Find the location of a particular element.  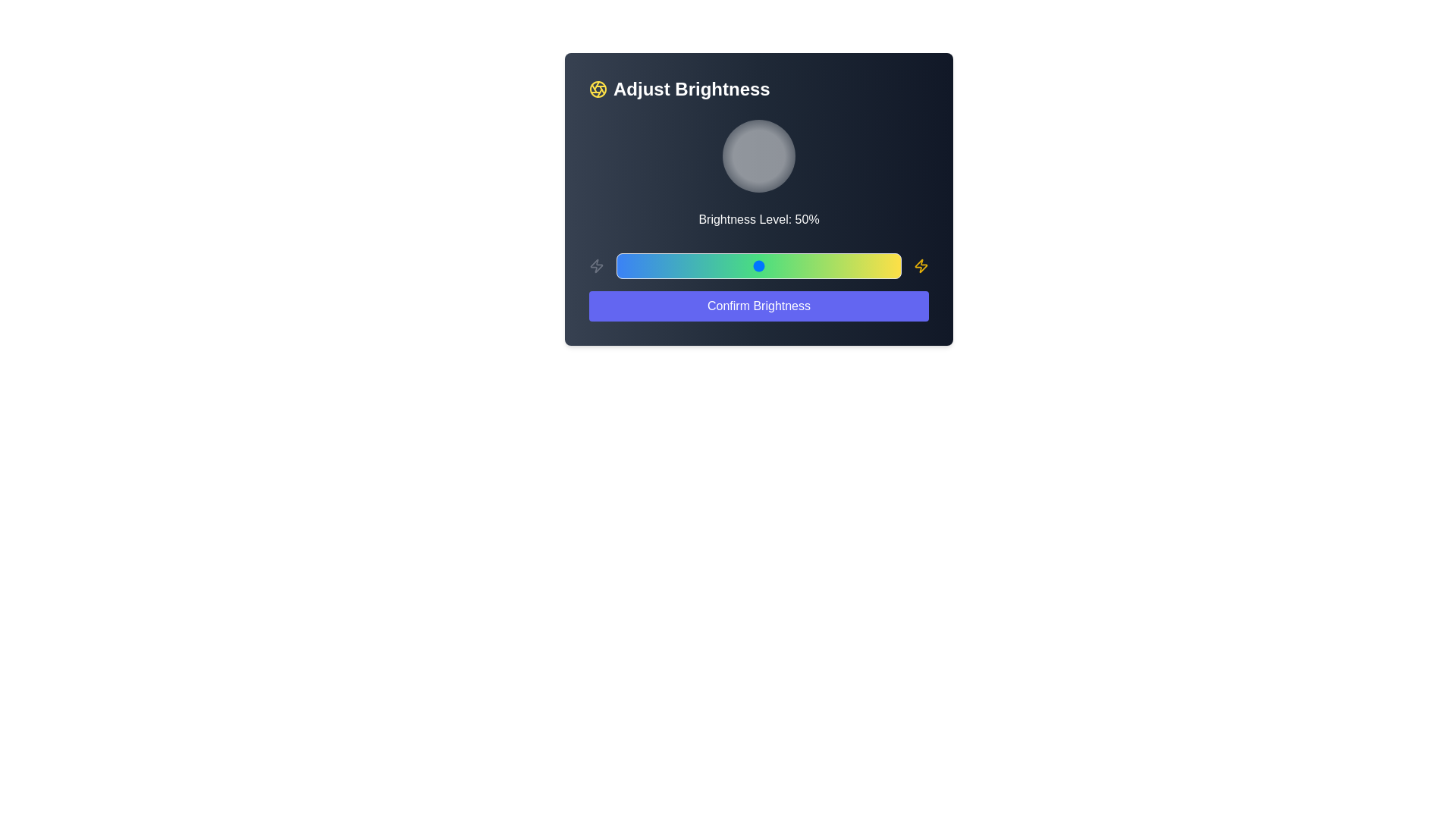

the brightness slider to 54% is located at coordinates (770, 265).